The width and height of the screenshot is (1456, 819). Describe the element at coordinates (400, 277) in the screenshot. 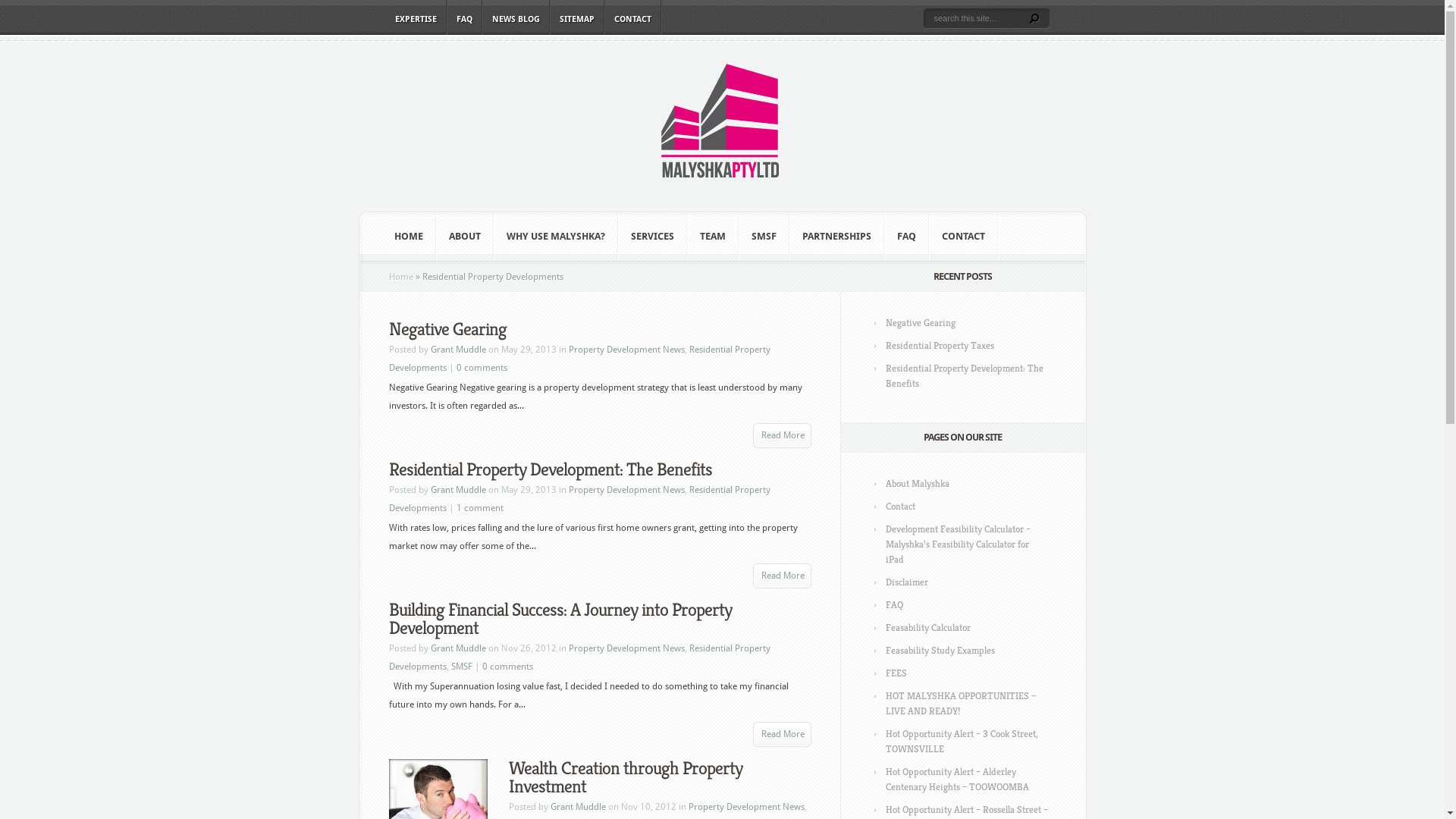

I see `'Home'` at that location.